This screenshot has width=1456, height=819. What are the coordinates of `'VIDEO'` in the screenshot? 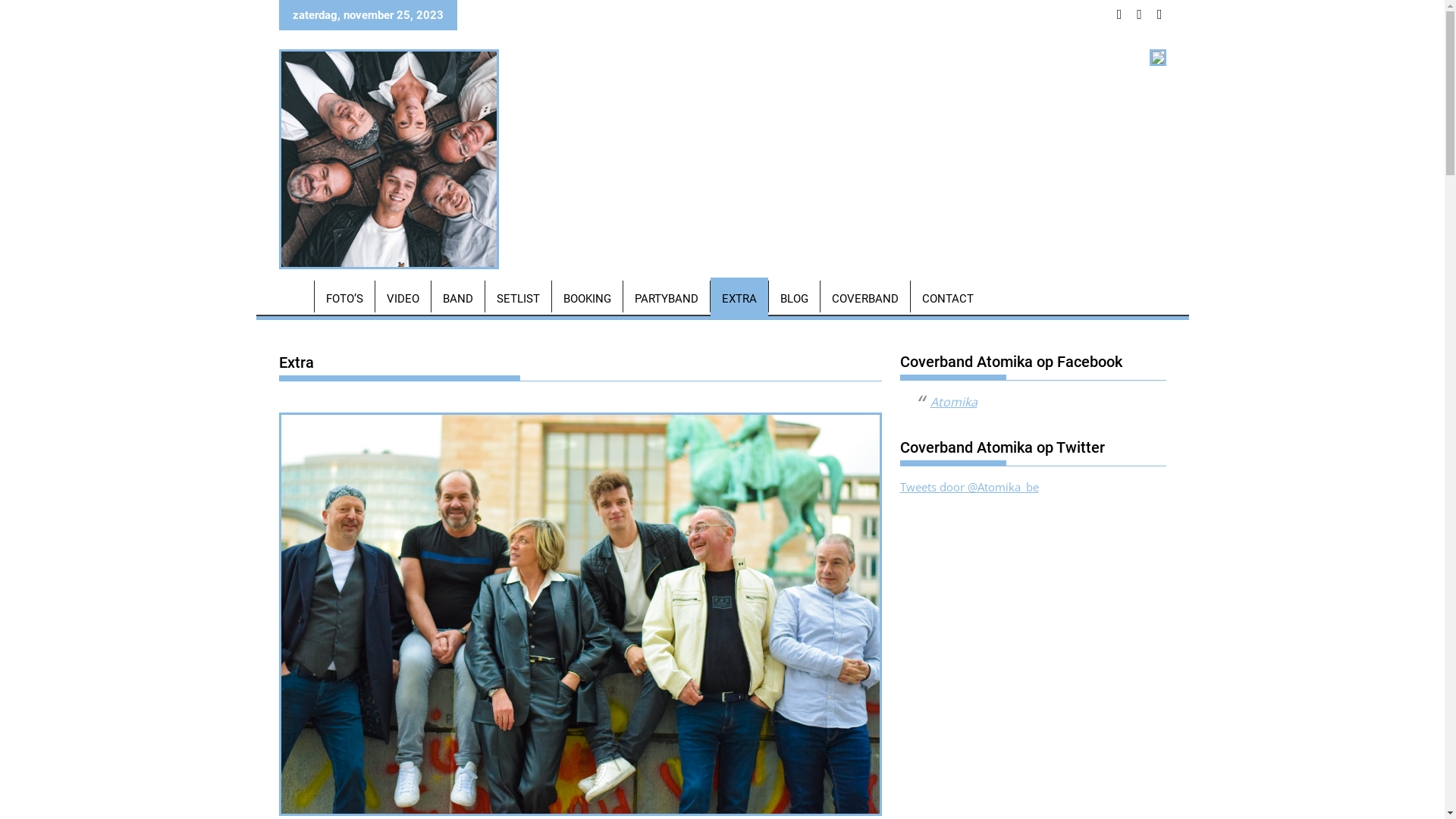 It's located at (402, 298).